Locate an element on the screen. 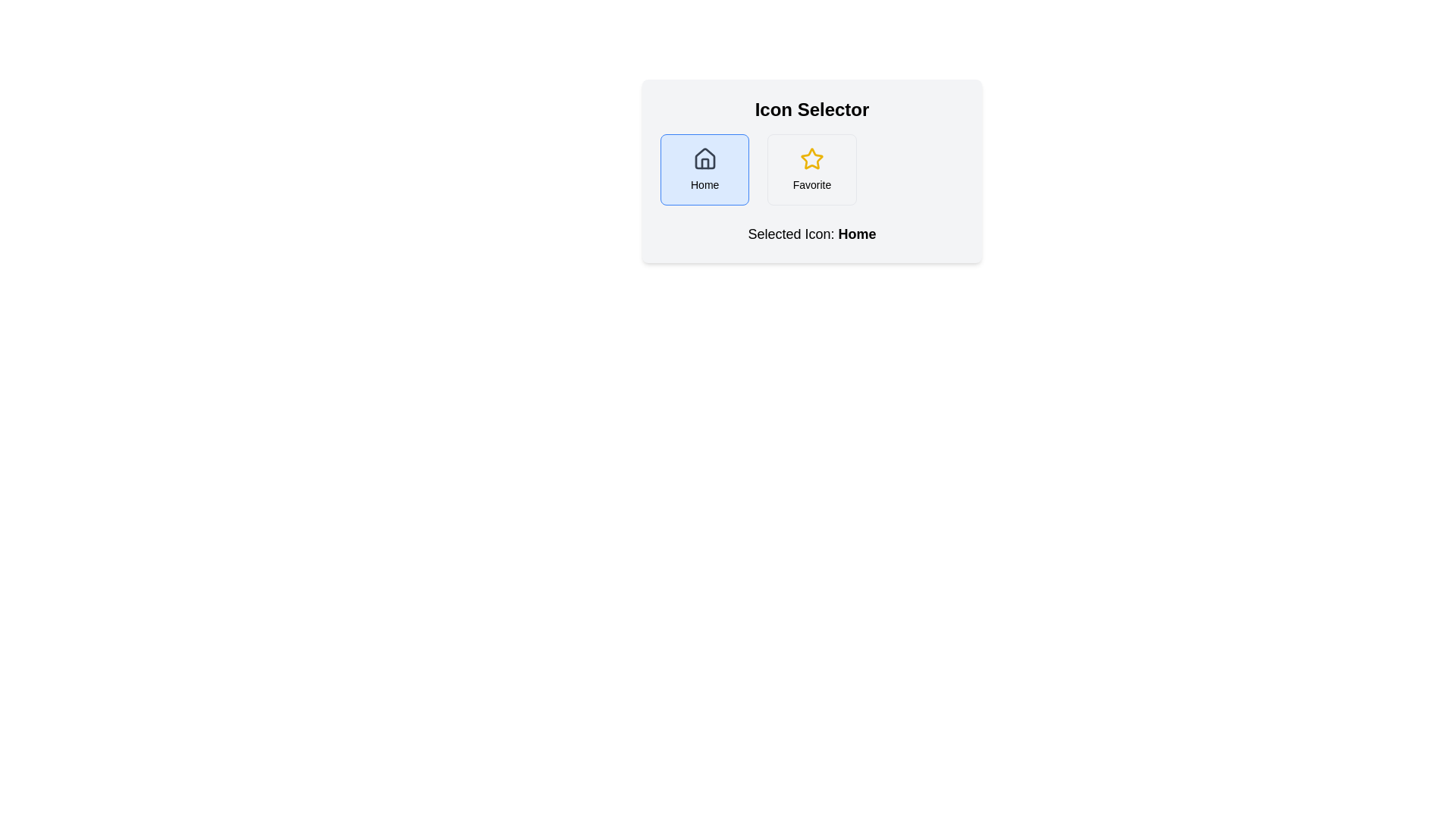 Image resolution: width=1456 pixels, height=819 pixels. static text label indicating the currently selected icon, which is 'Home', located below the icon tiles in the 'Icon Selector' card is located at coordinates (811, 234).